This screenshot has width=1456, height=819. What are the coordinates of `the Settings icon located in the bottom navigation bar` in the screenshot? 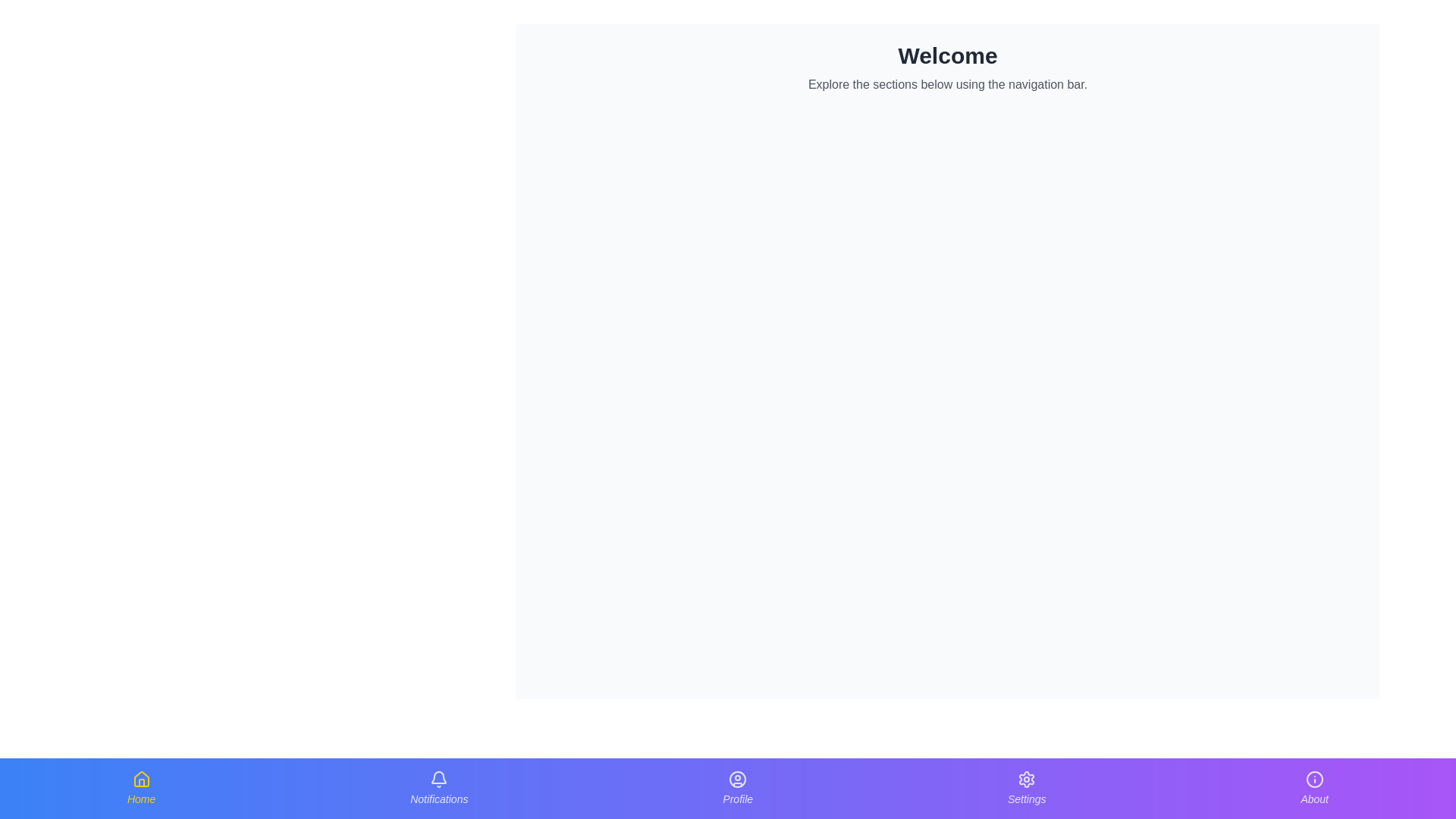 It's located at (1027, 780).